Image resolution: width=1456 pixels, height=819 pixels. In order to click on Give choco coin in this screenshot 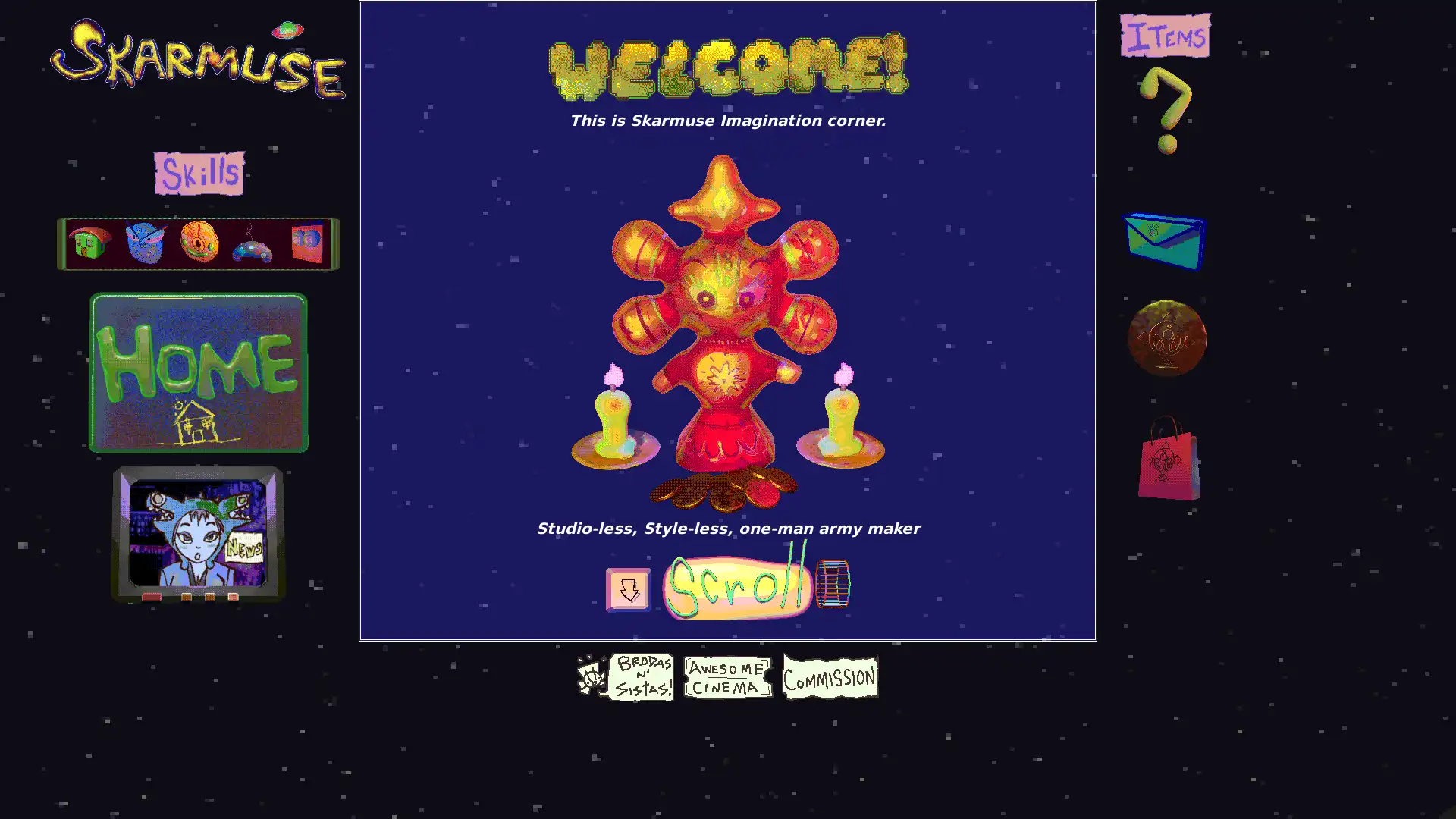, I will do `click(726, 701)`.